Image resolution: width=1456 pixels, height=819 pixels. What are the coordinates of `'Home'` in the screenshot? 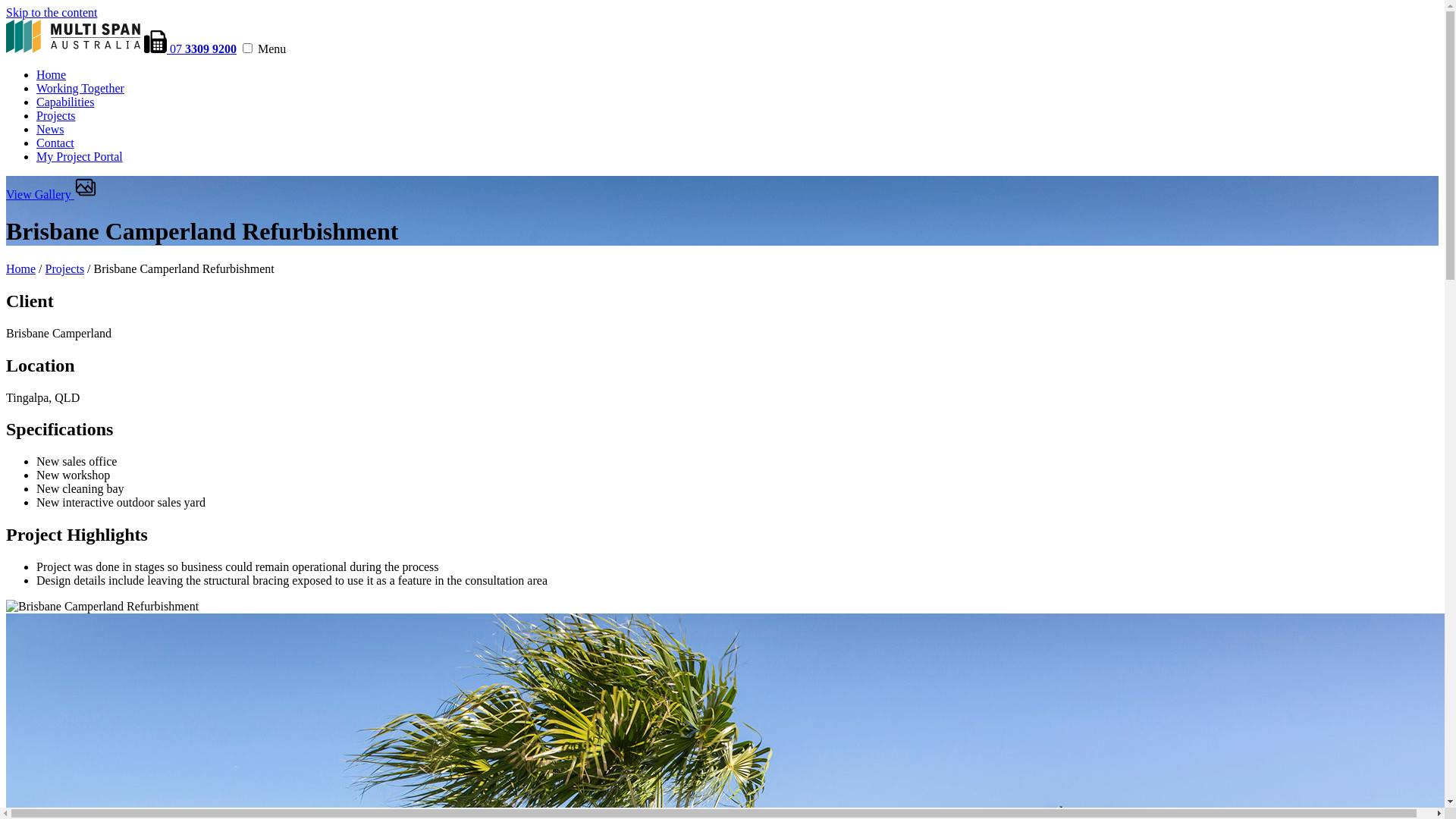 It's located at (51, 74).